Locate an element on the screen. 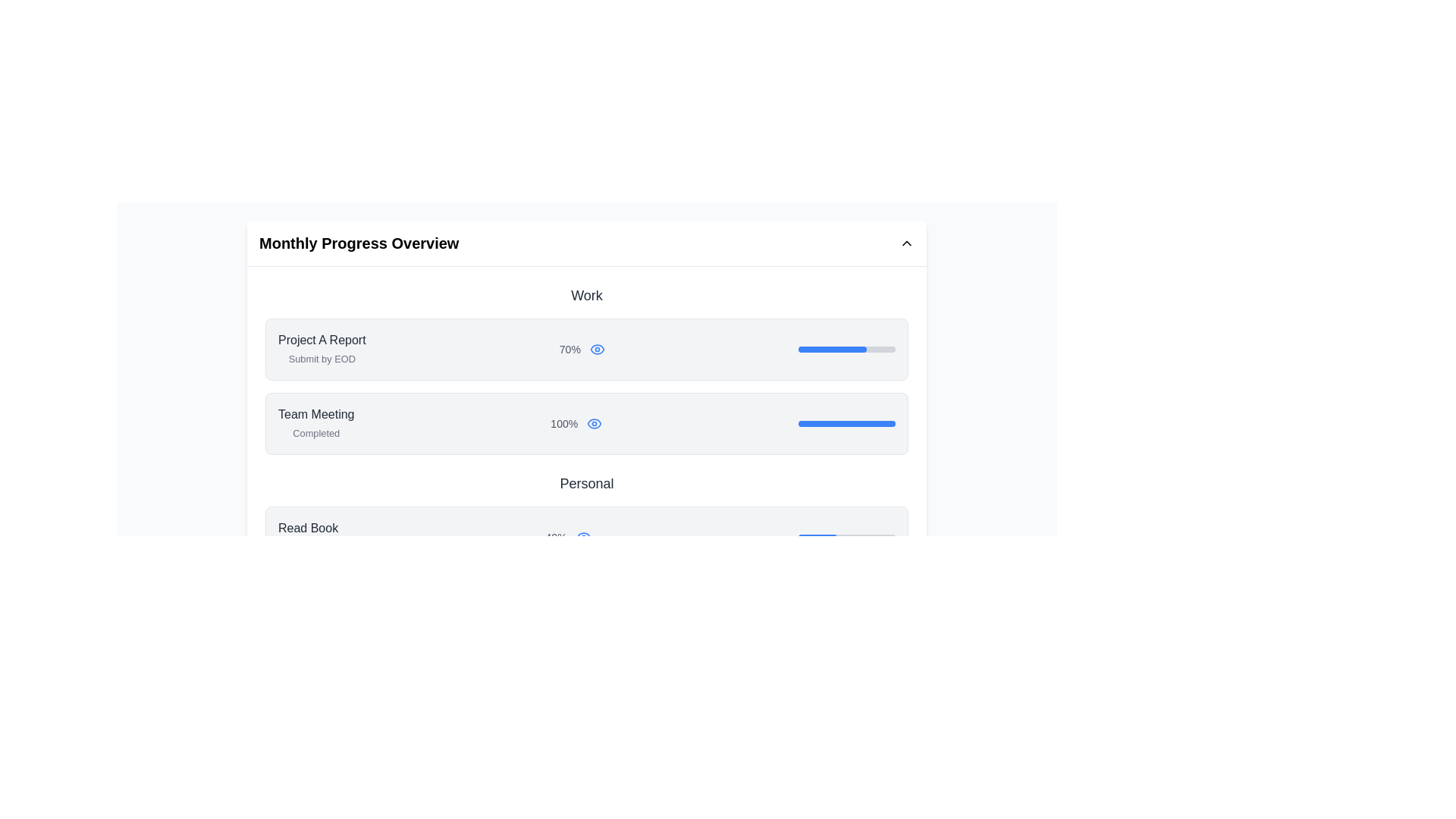 The width and height of the screenshot is (1456, 819). the horizontal progress bar with rounded corners, located within the 'Team Meeting' card, beneath the 'Completed' text and to the right of the '100%' indicator is located at coordinates (846, 424).